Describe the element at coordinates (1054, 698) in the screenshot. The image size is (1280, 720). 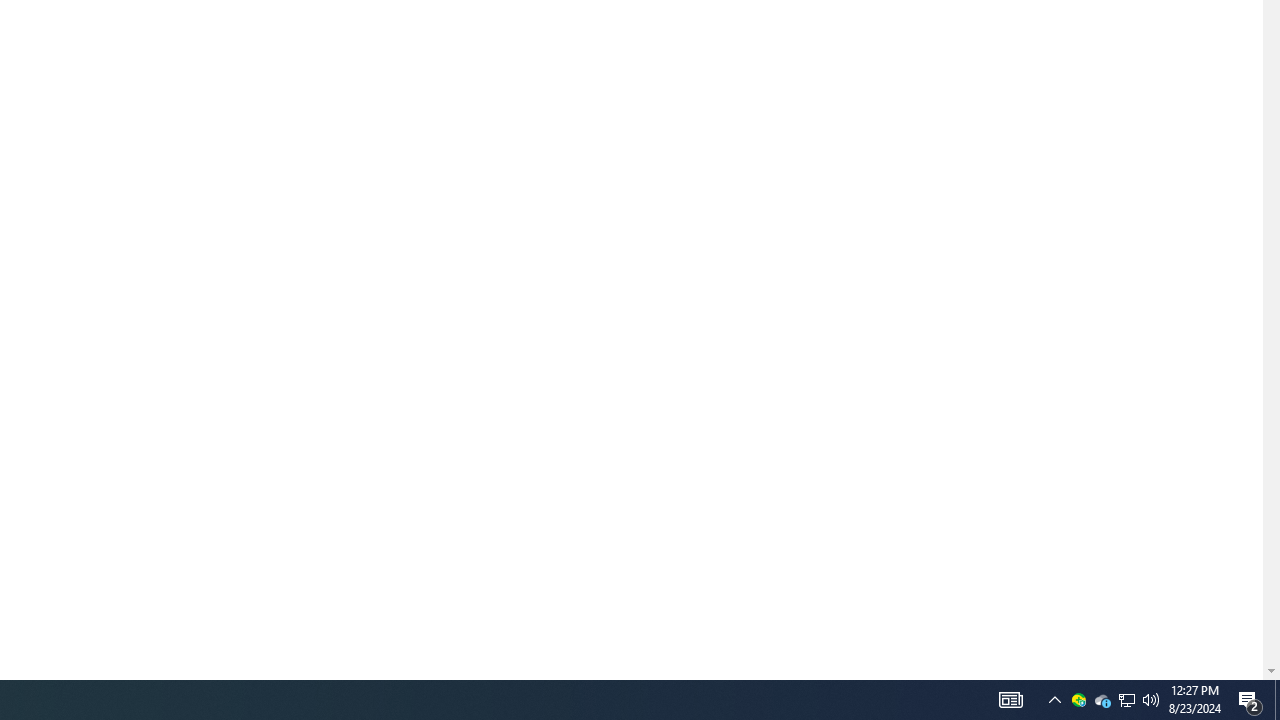
I see `'Notification Chevron'` at that location.